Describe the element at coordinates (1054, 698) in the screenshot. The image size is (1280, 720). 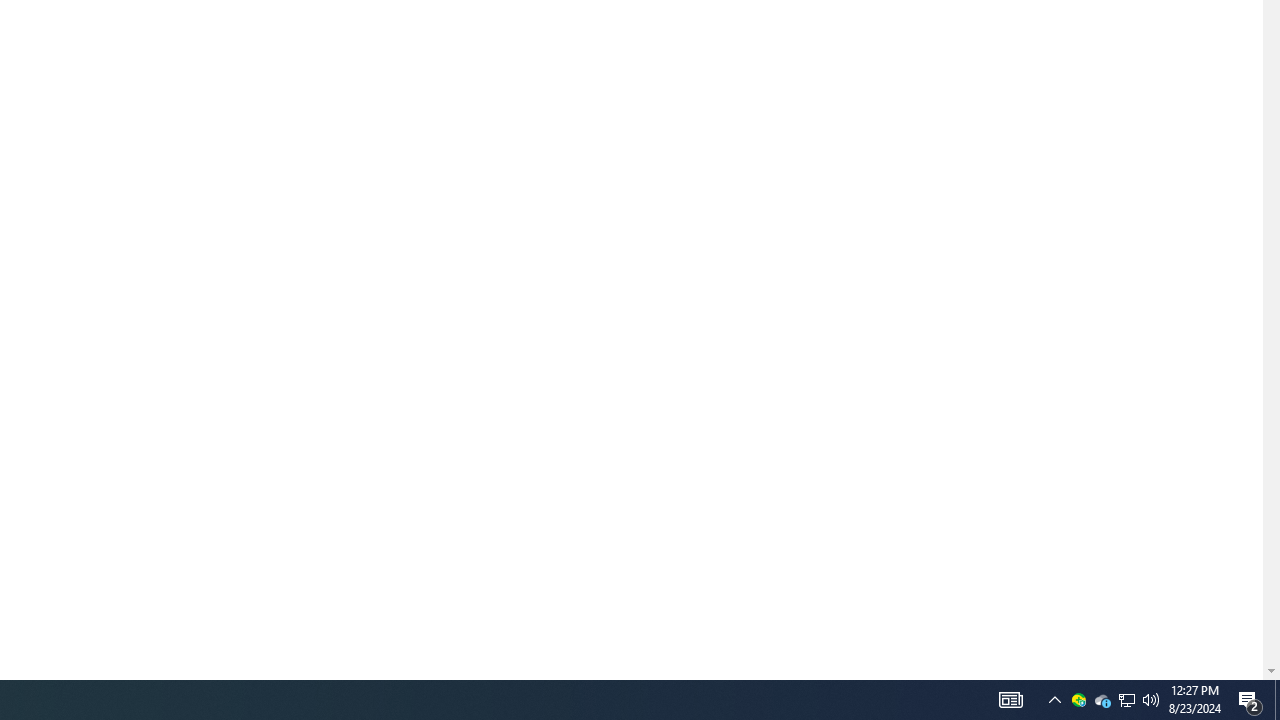
I see `'Notification Chevron'` at that location.